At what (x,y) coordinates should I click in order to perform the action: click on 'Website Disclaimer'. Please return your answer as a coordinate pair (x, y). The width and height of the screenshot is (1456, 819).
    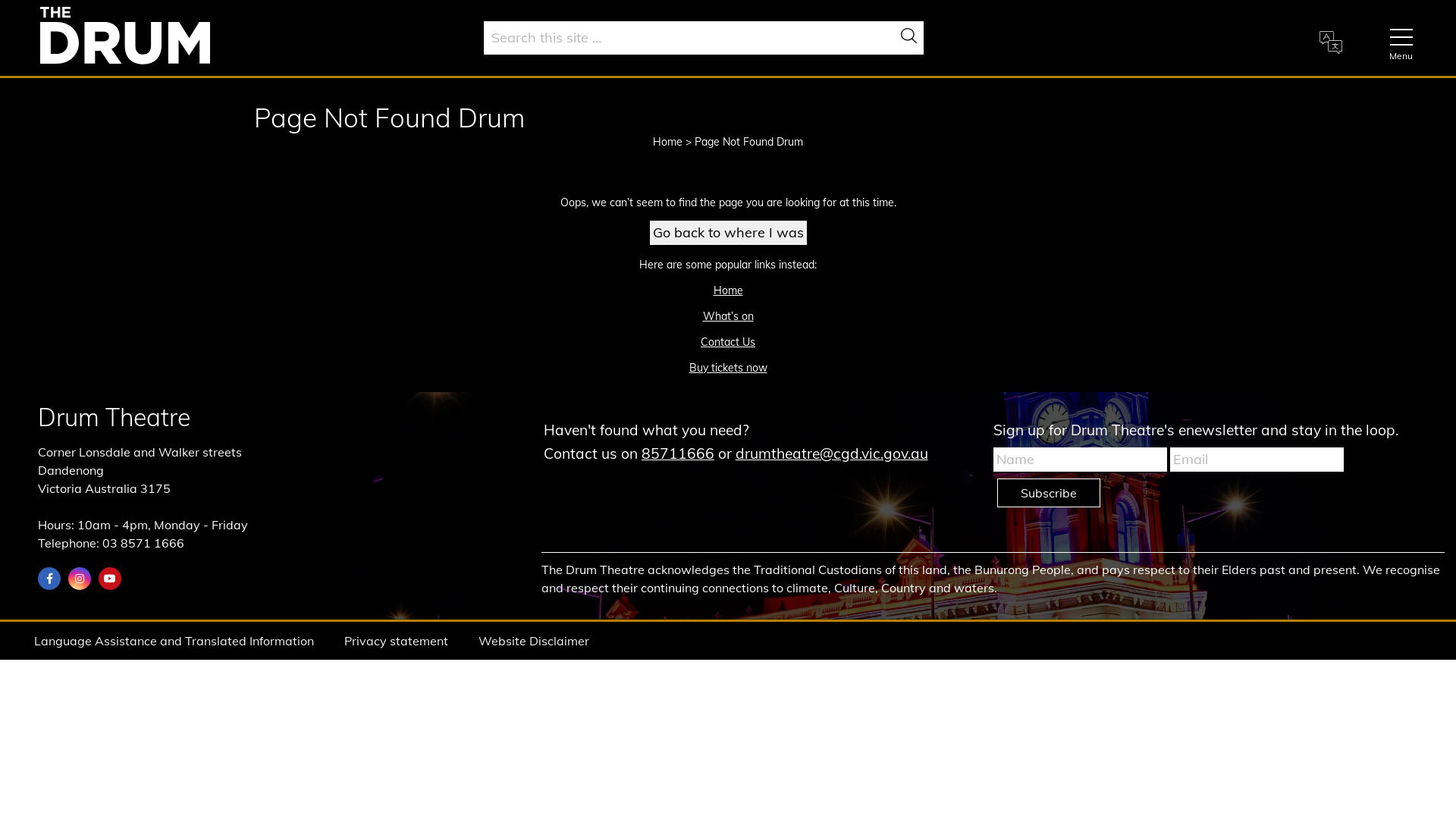
    Looking at the image, I should click on (534, 640).